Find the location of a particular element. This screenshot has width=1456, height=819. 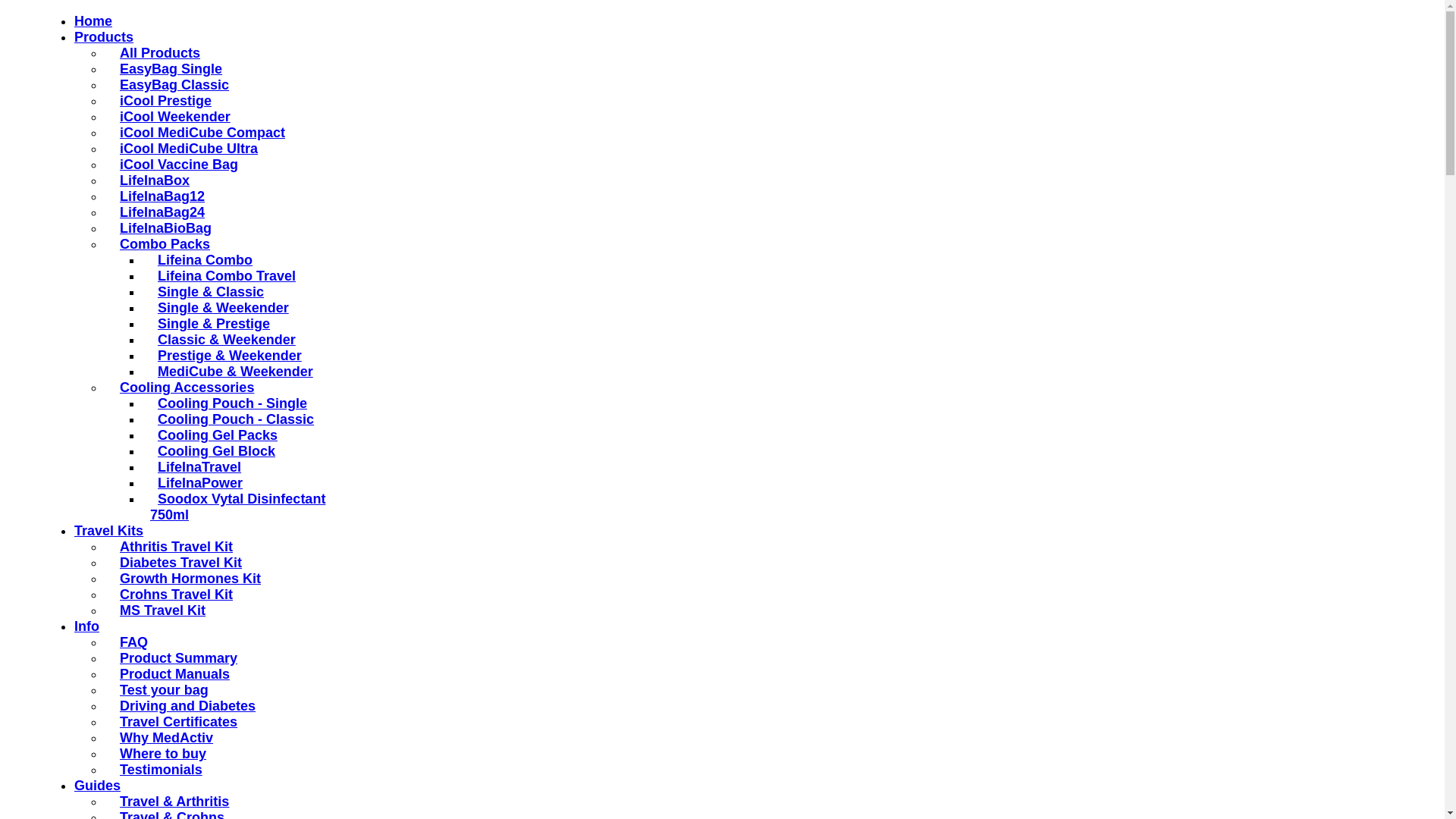

'Product Summary' is located at coordinates (111, 657).